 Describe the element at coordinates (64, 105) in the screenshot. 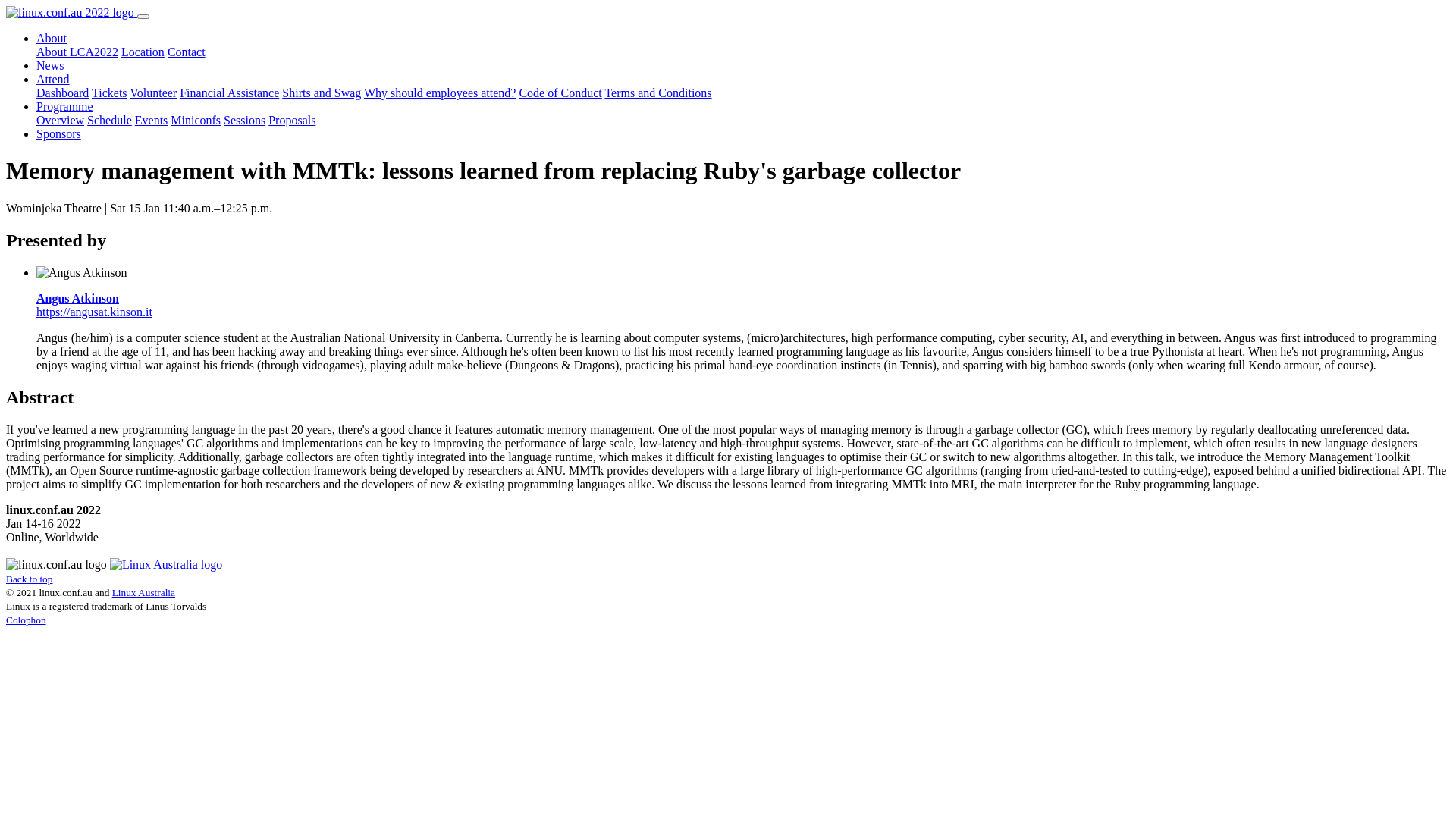

I see `'Programme'` at that location.